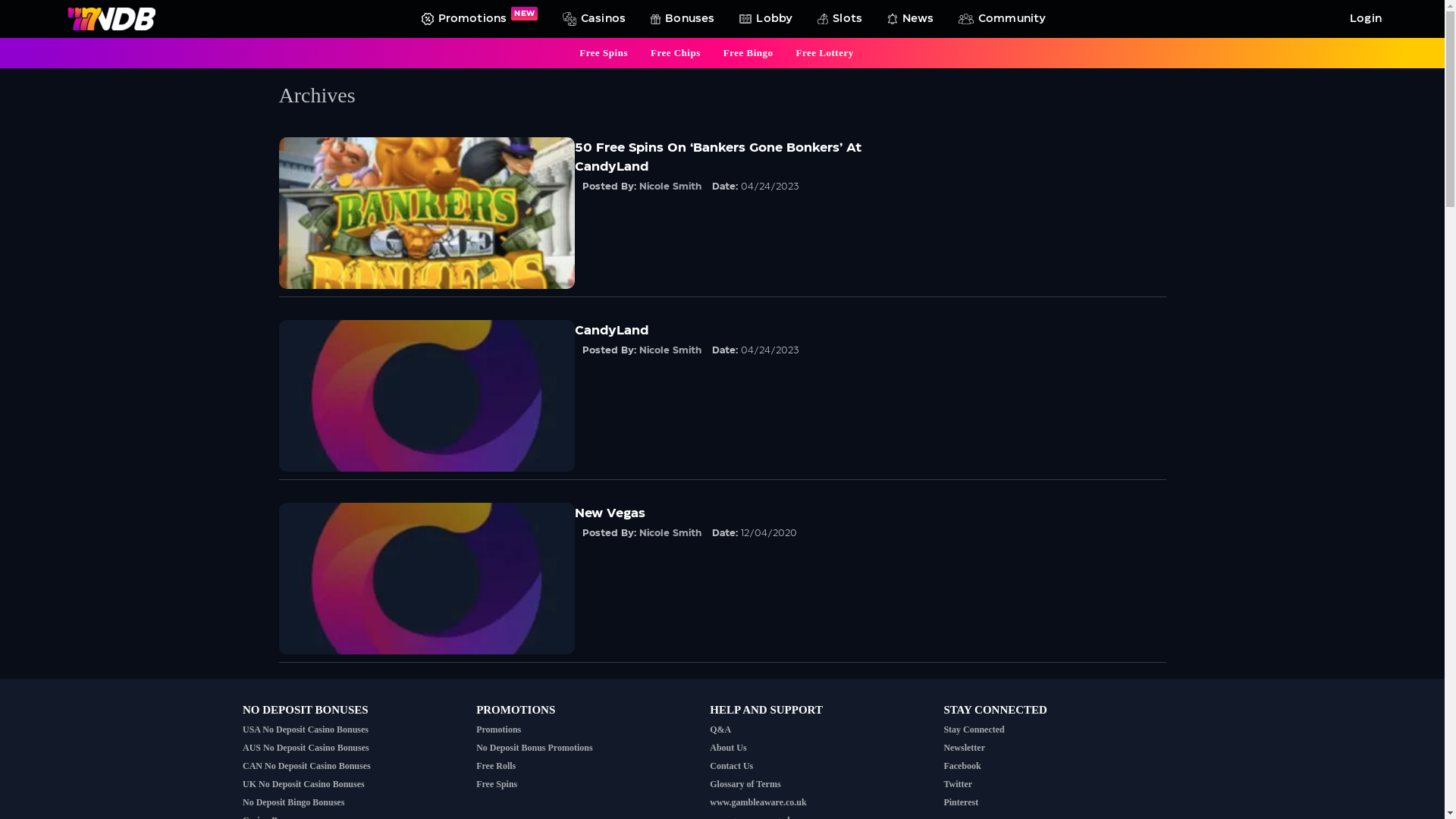 This screenshot has height=819, width=1456. I want to click on 'PromotionsNEW', so click(475, 18).